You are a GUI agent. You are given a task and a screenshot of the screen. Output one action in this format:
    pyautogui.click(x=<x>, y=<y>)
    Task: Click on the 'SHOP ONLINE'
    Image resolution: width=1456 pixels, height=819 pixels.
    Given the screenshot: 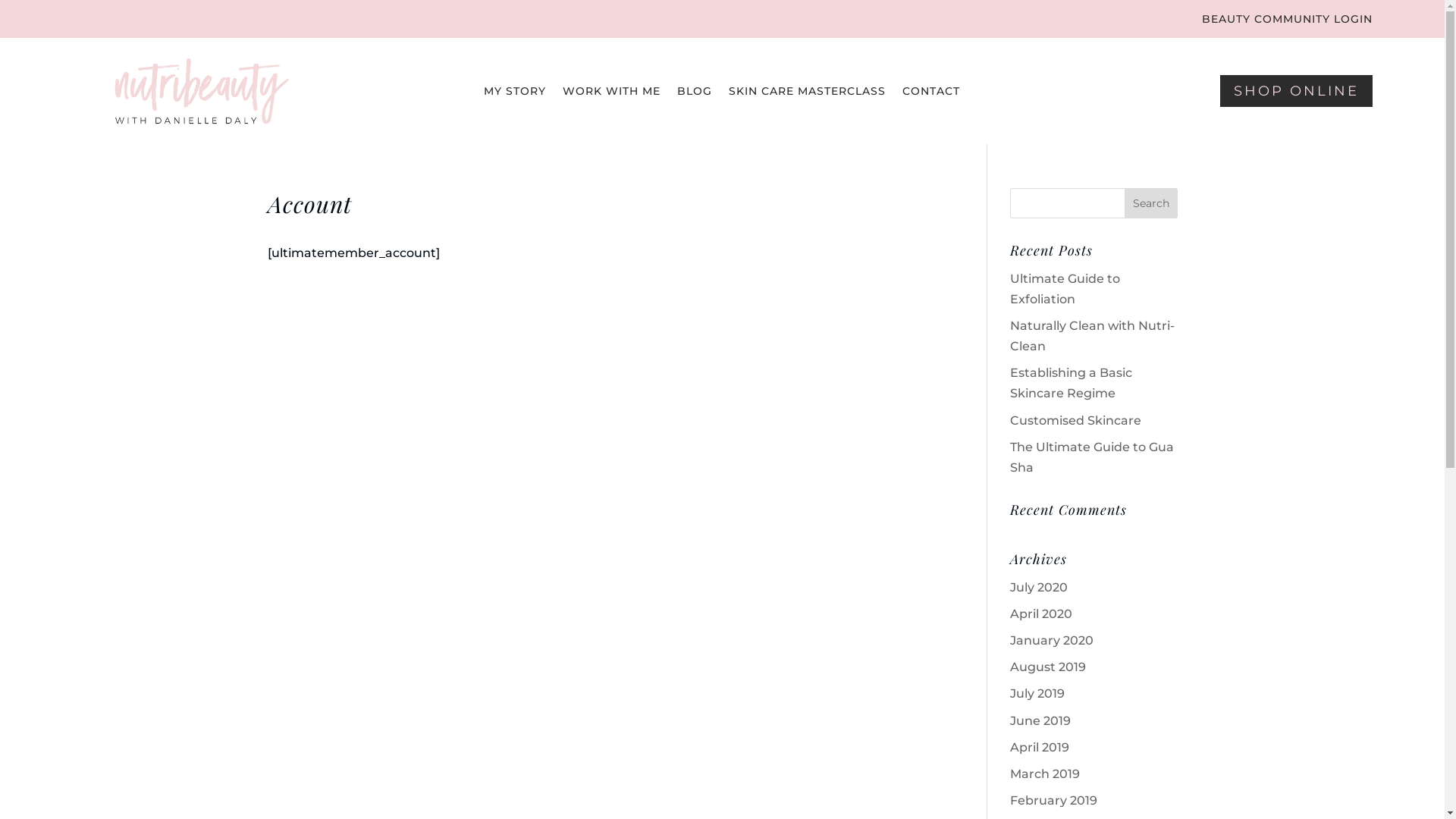 What is the action you would take?
    pyautogui.click(x=1295, y=90)
    